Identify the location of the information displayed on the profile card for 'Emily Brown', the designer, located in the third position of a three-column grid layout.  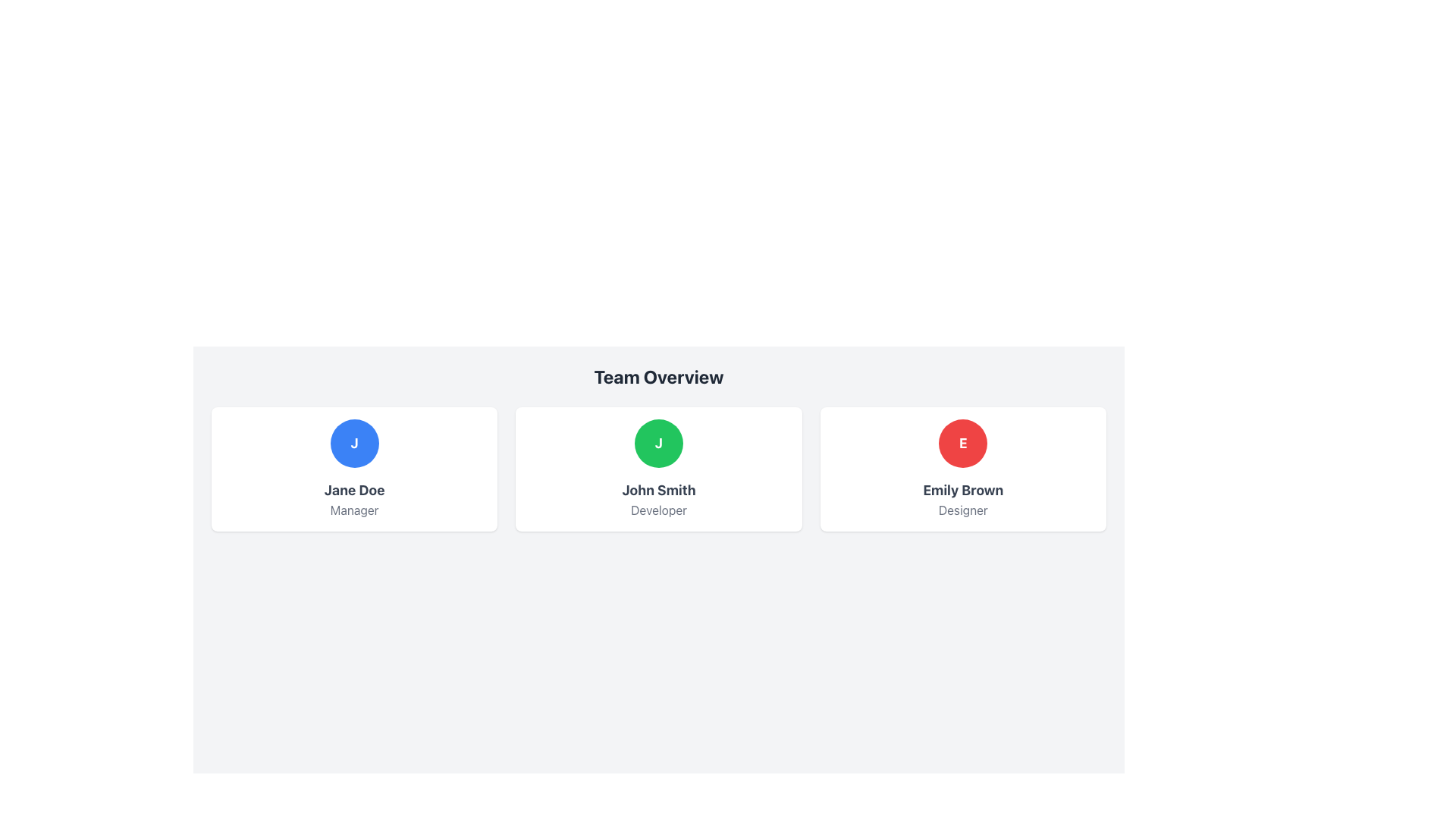
(962, 468).